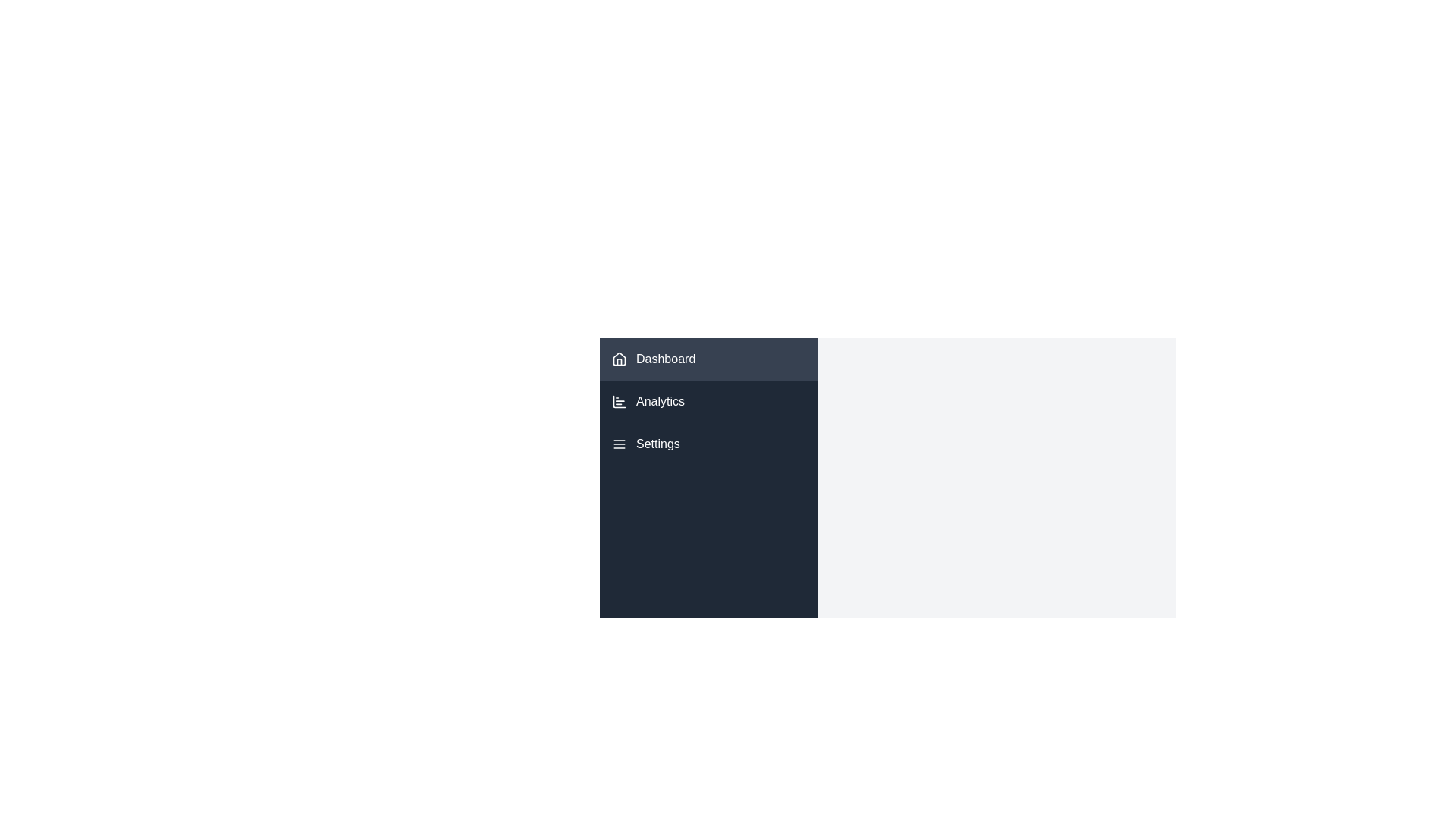  I want to click on the 'Dashboard' text label, so click(666, 359).